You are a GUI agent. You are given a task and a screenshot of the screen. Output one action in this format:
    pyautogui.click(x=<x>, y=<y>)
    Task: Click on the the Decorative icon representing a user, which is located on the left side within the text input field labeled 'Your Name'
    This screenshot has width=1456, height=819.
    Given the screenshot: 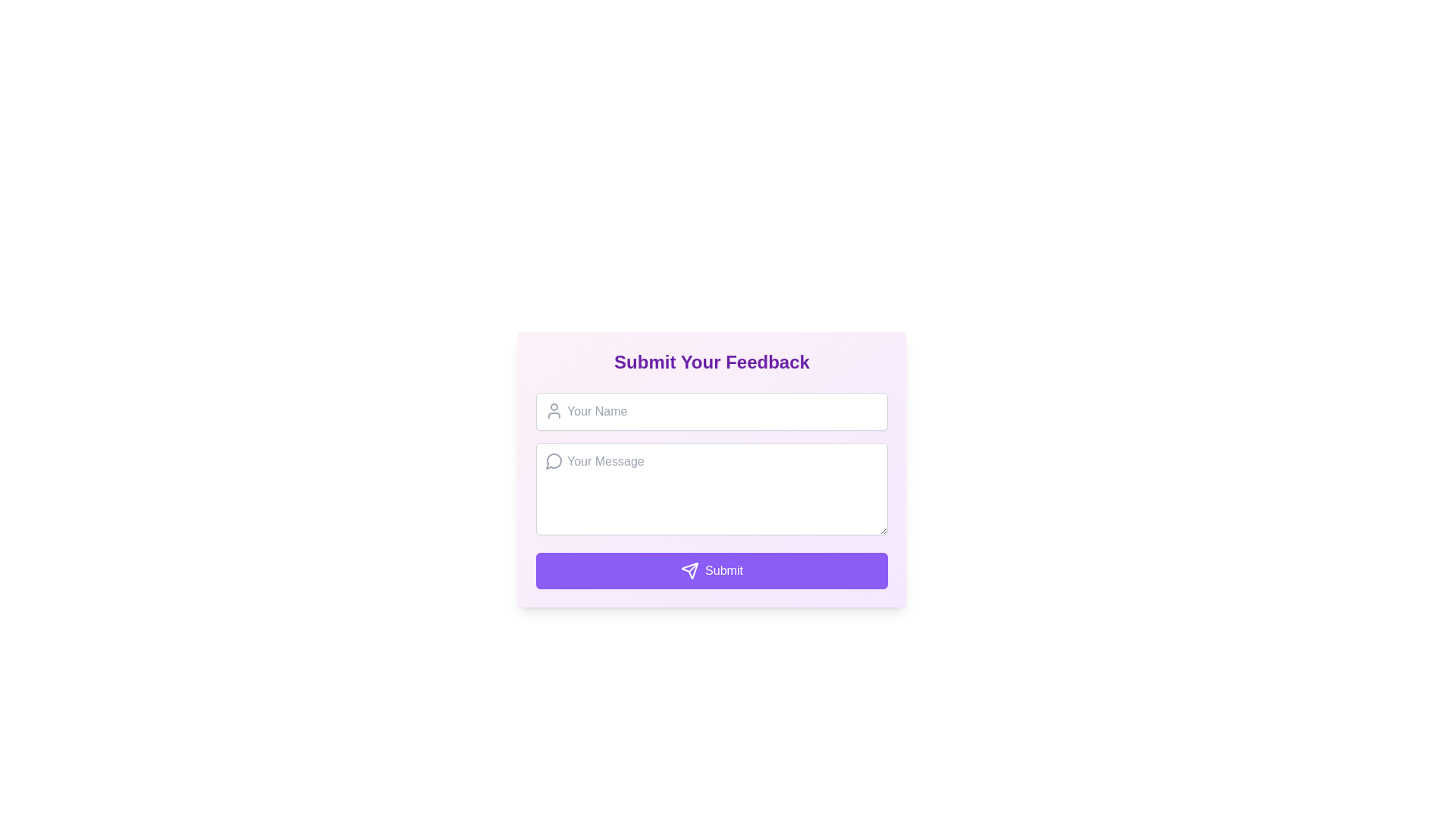 What is the action you would take?
    pyautogui.click(x=553, y=411)
    